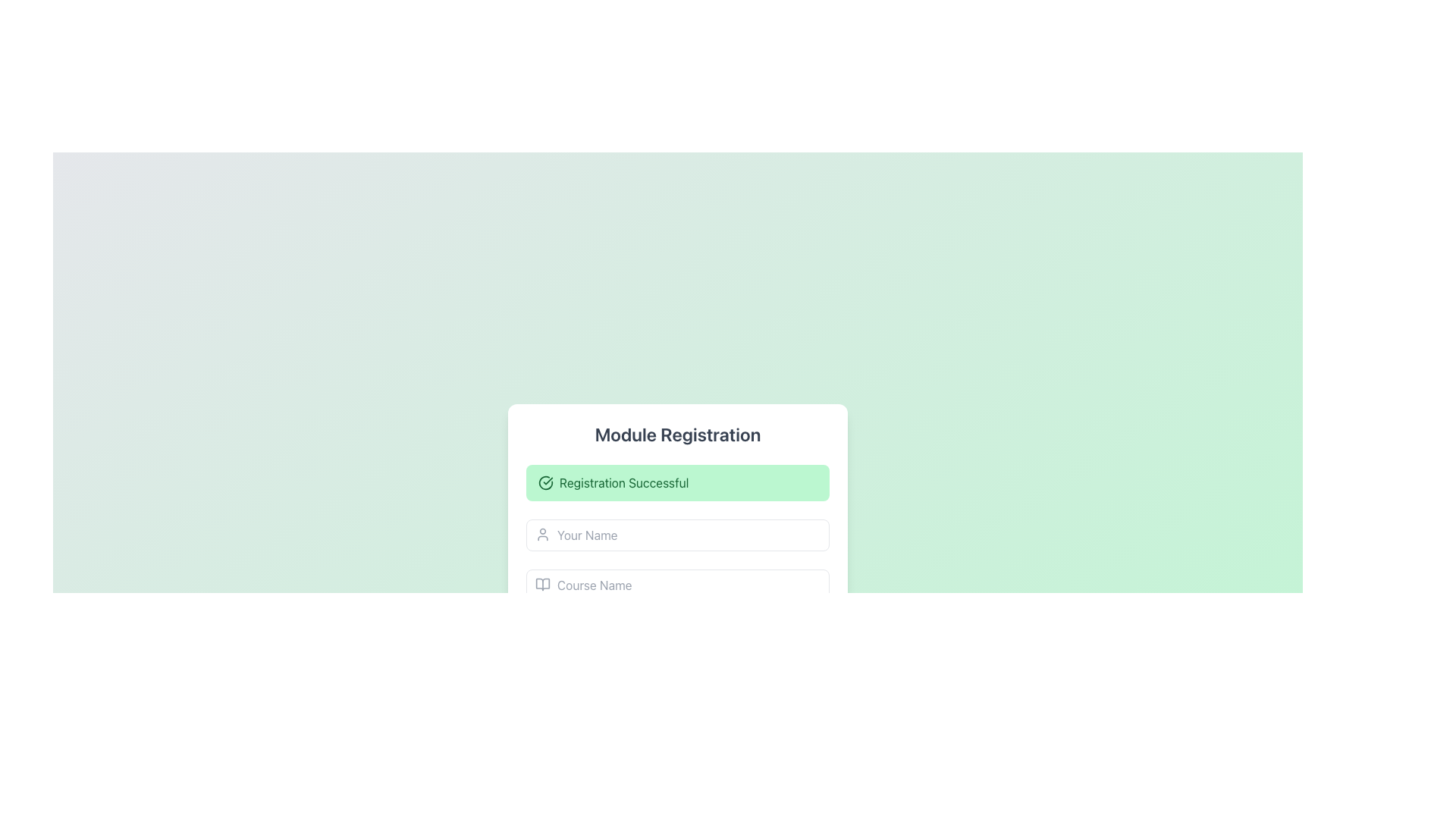  What do you see at coordinates (676, 482) in the screenshot?
I see `success message from the Notification banner located near the top section of the form-like structure below the title 'Module Registration'` at bounding box center [676, 482].